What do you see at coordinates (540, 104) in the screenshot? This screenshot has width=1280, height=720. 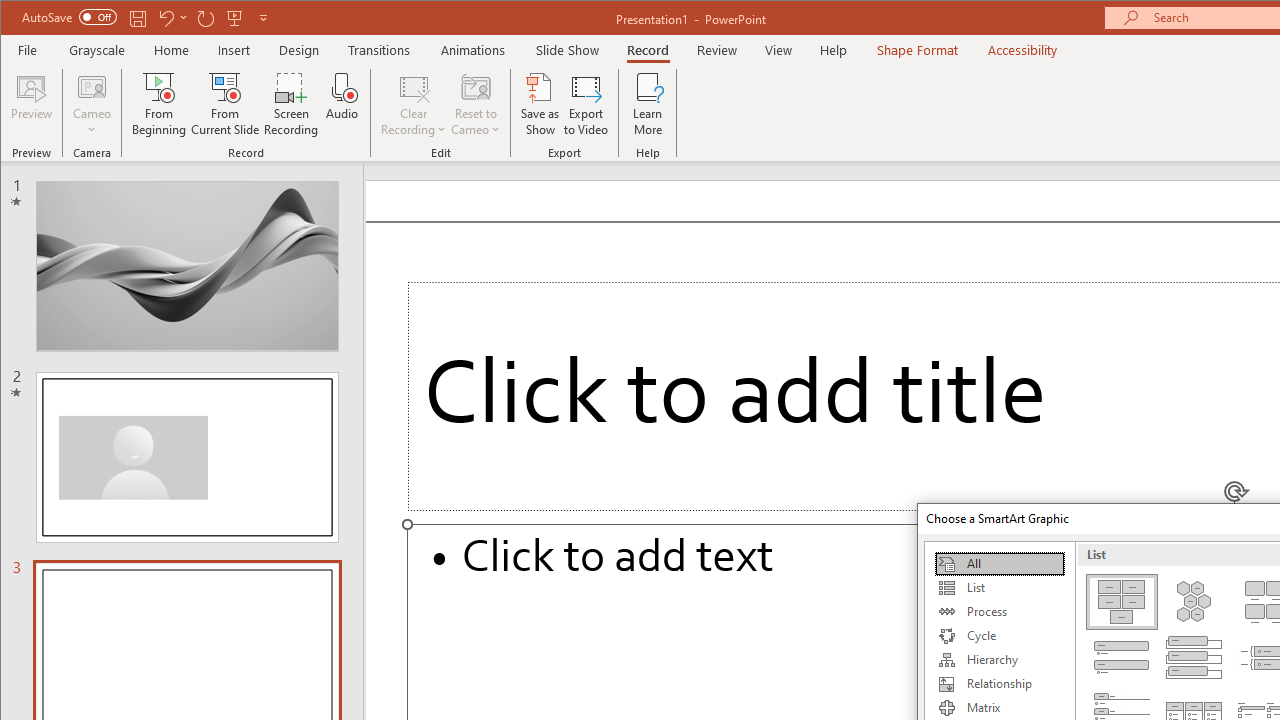 I see `'Save as Show'` at bounding box center [540, 104].